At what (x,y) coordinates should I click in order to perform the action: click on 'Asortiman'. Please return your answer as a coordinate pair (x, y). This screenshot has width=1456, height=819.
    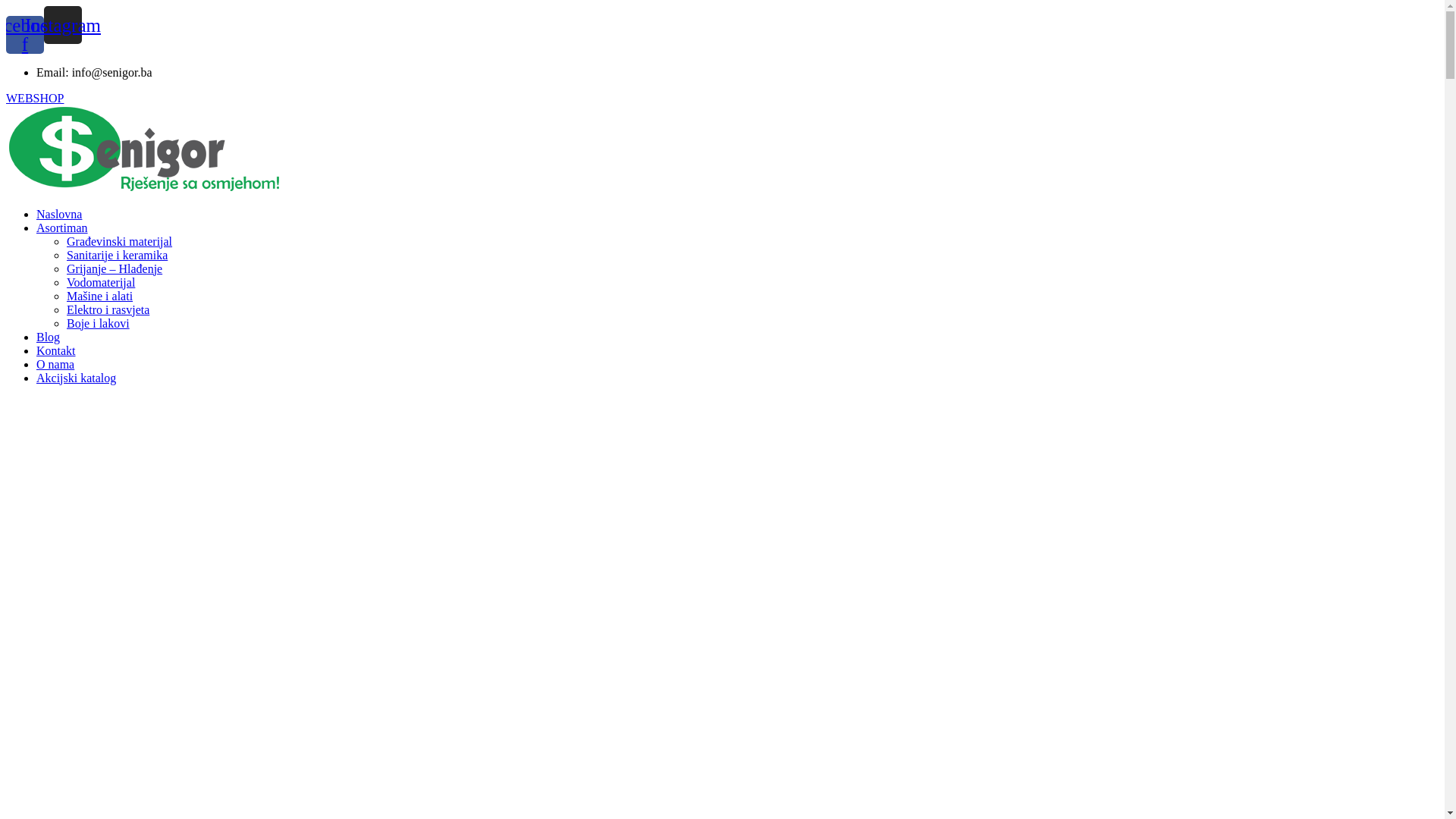
    Looking at the image, I should click on (61, 227).